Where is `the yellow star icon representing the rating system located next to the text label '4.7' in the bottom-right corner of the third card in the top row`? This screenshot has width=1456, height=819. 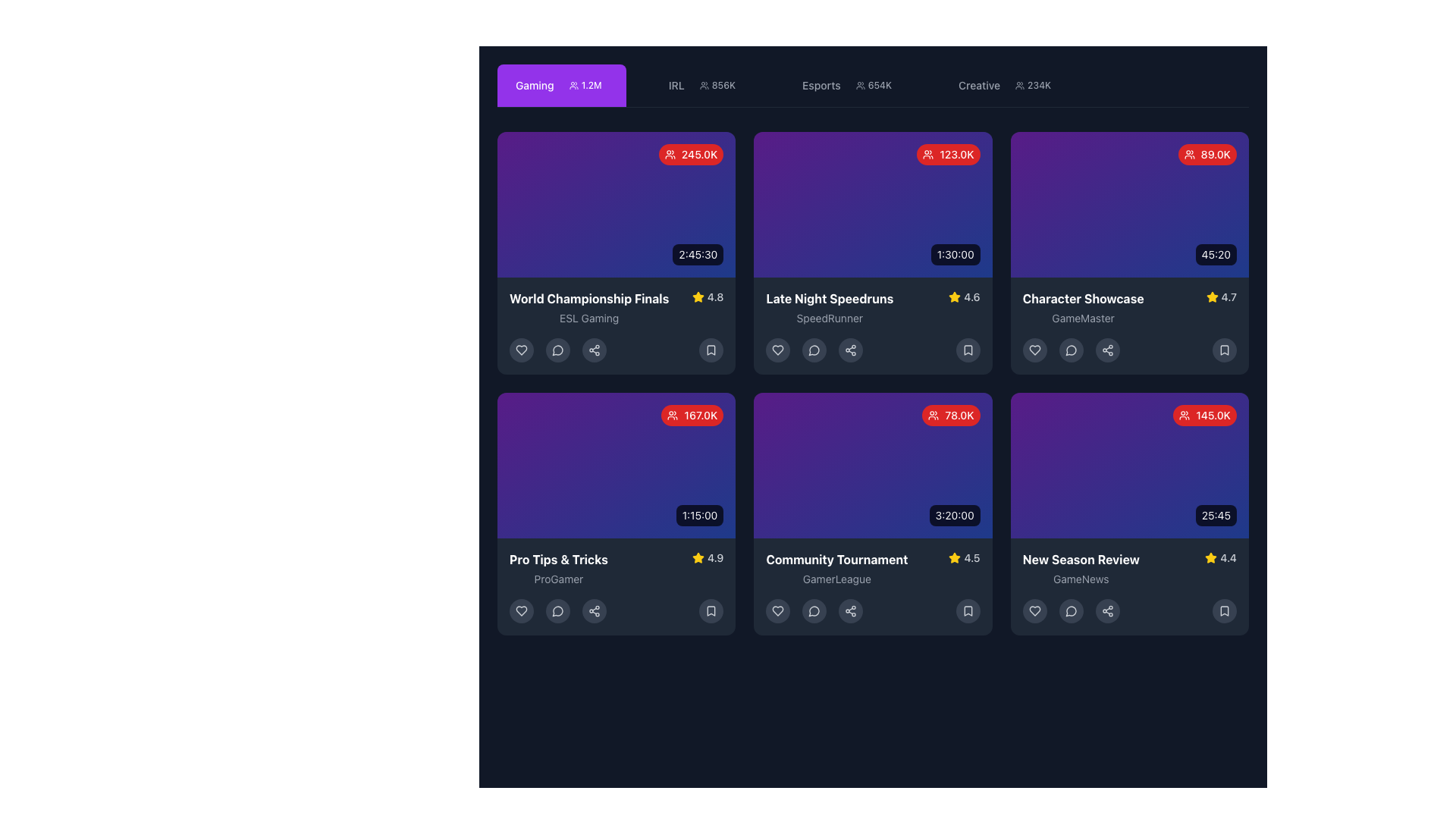
the yellow star icon representing the rating system located next to the text label '4.7' in the bottom-right corner of the third card in the top row is located at coordinates (1211, 297).